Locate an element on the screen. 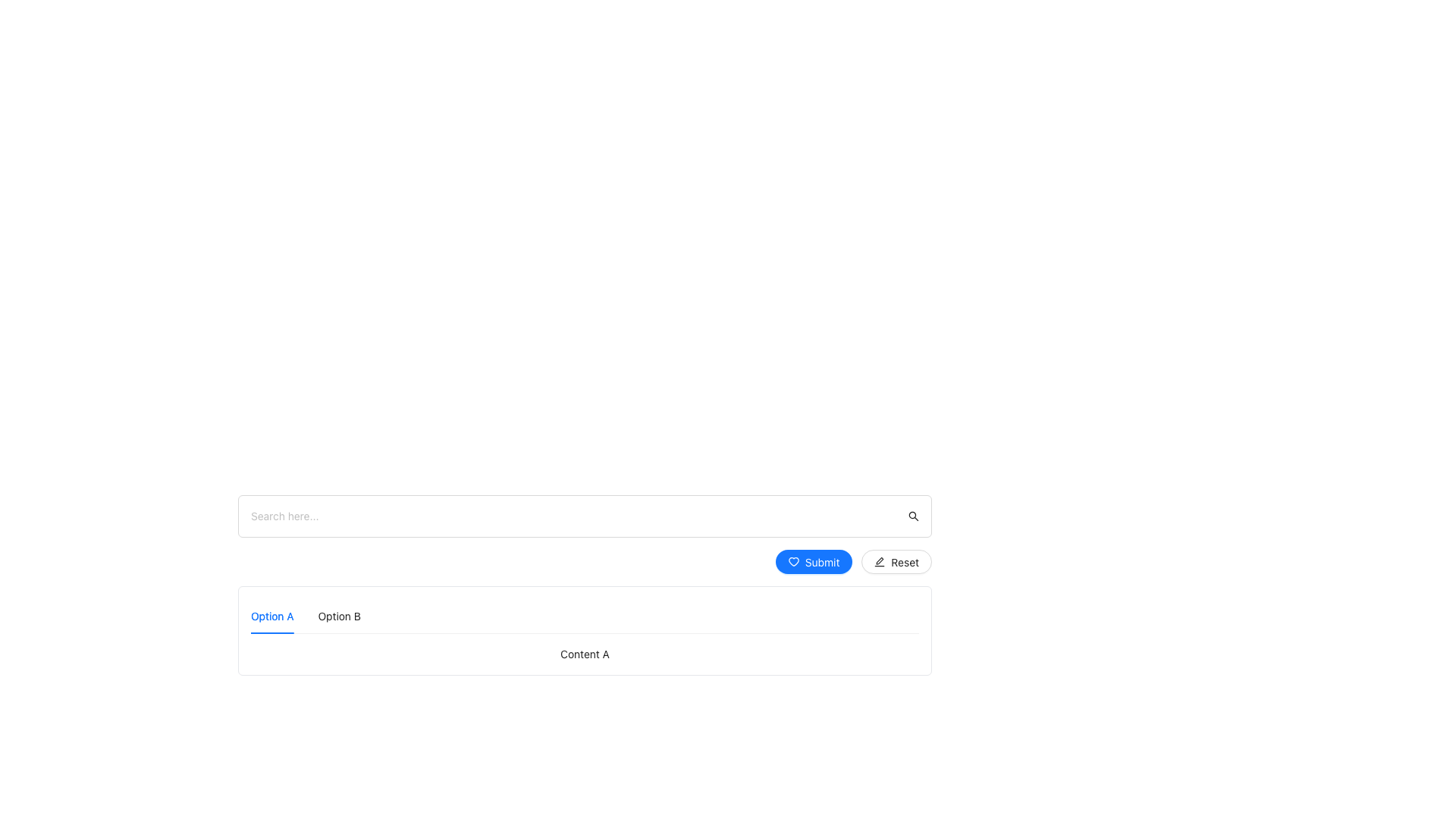 The height and width of the screenshot is (819, 1456). the blue heart-shaped icon with white internal detailing is located at coordinates (792, 562).